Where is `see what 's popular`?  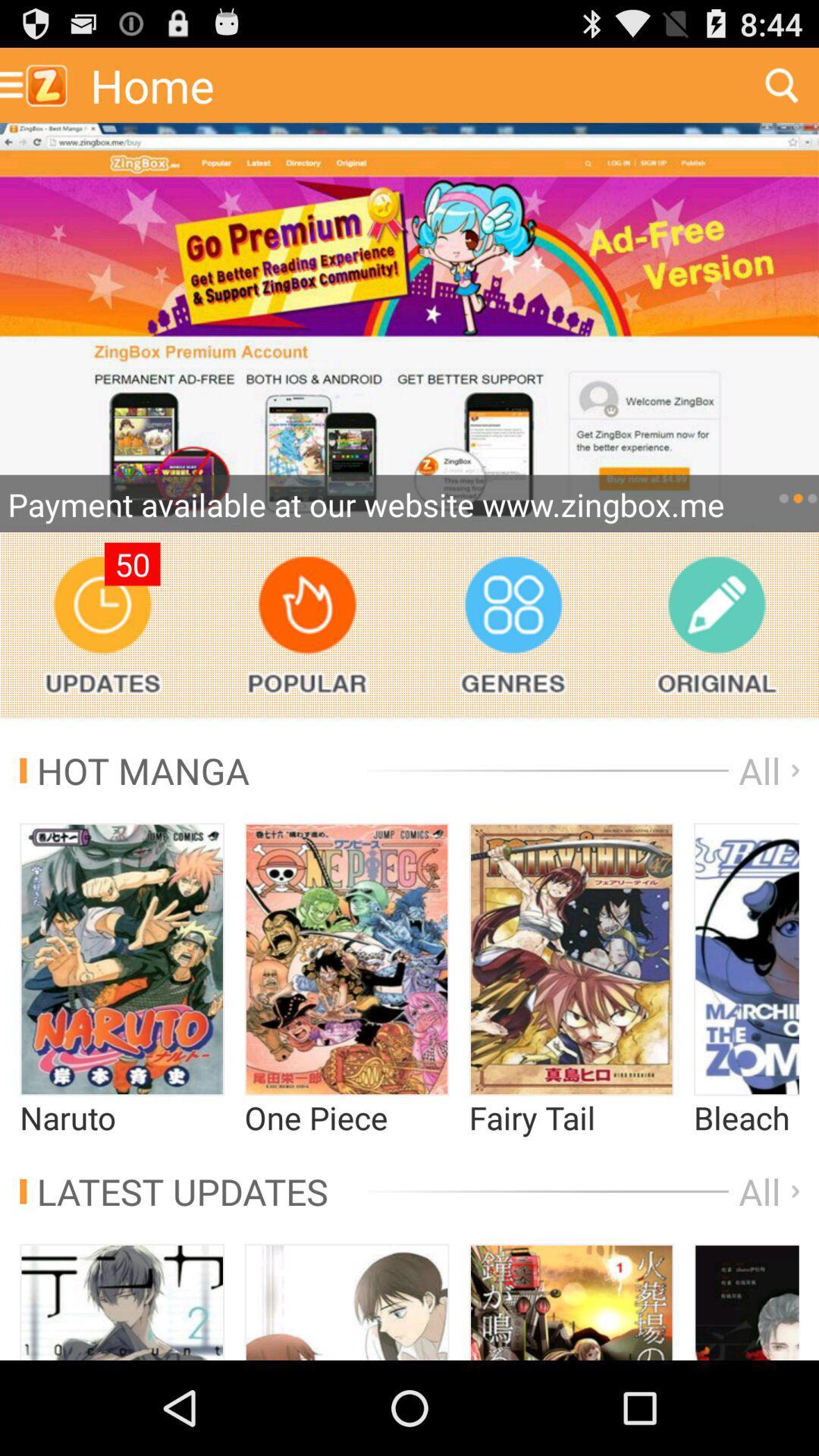 see what 's popular is located at coordinates (307, 625).